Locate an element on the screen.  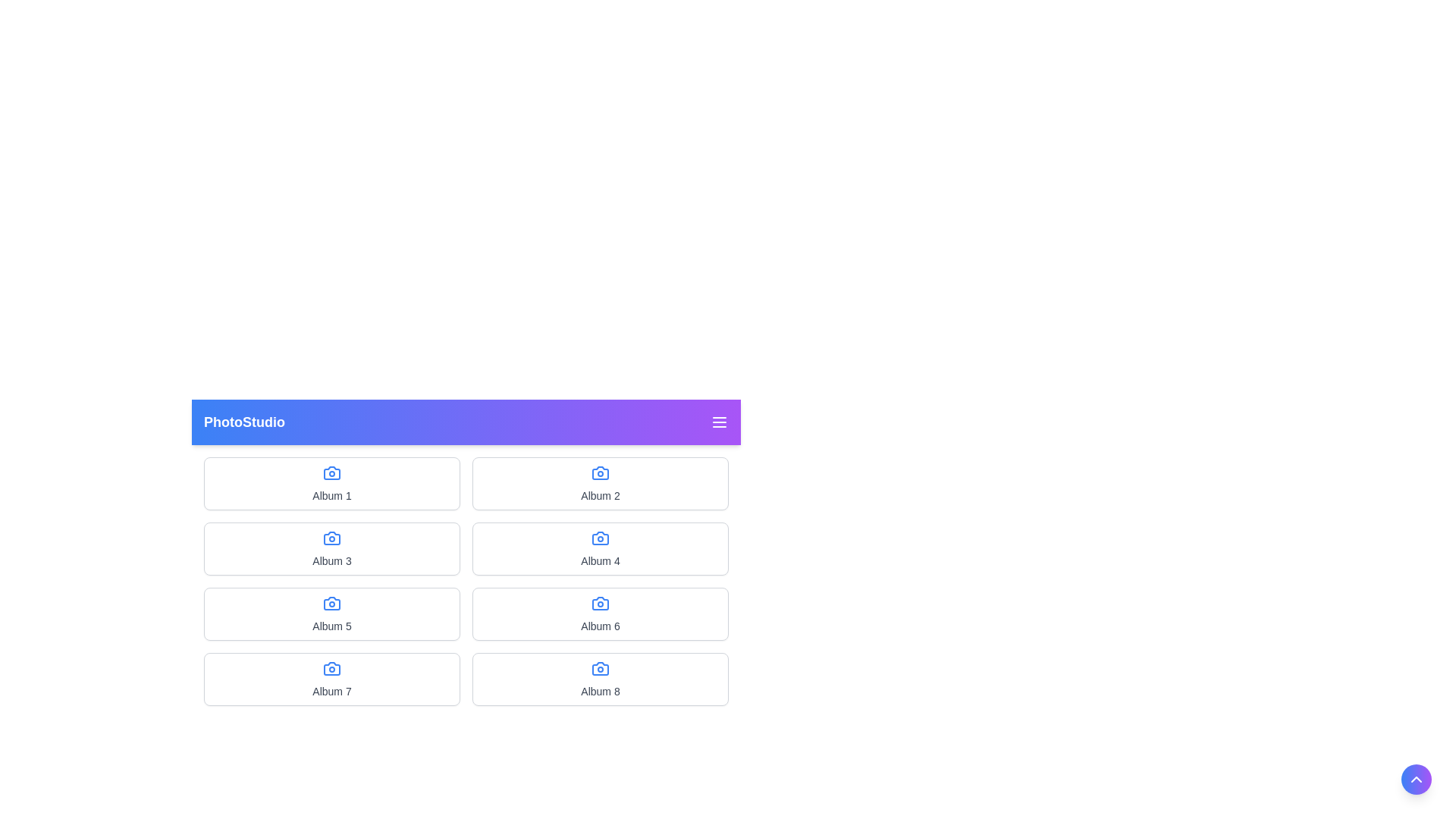
the 'Album 6' clickable album tile, which features a blue camera icon and a gray text label is located at coordinates (600, 614).